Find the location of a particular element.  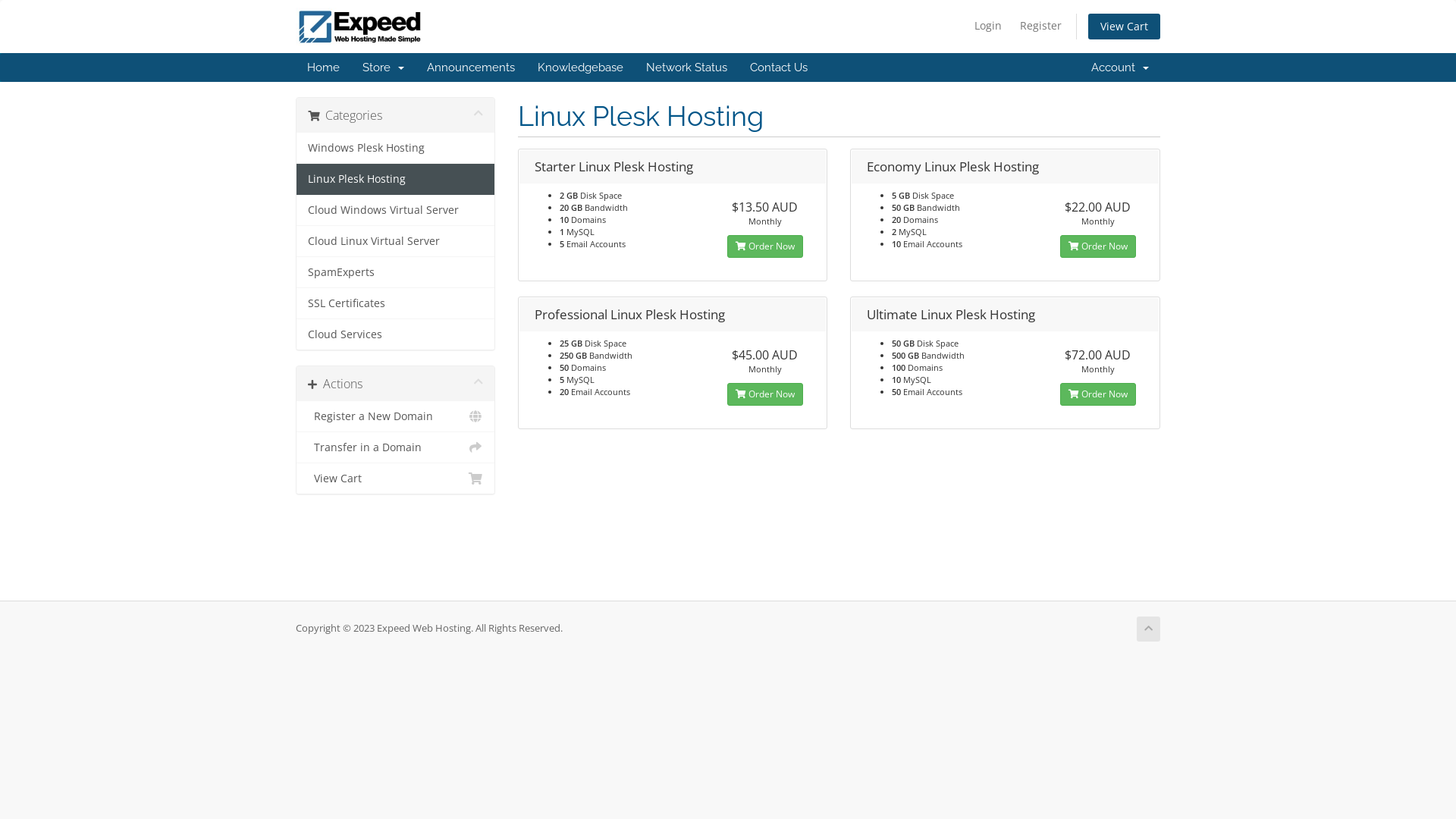

'Login' is located at coordinates (987, 26).